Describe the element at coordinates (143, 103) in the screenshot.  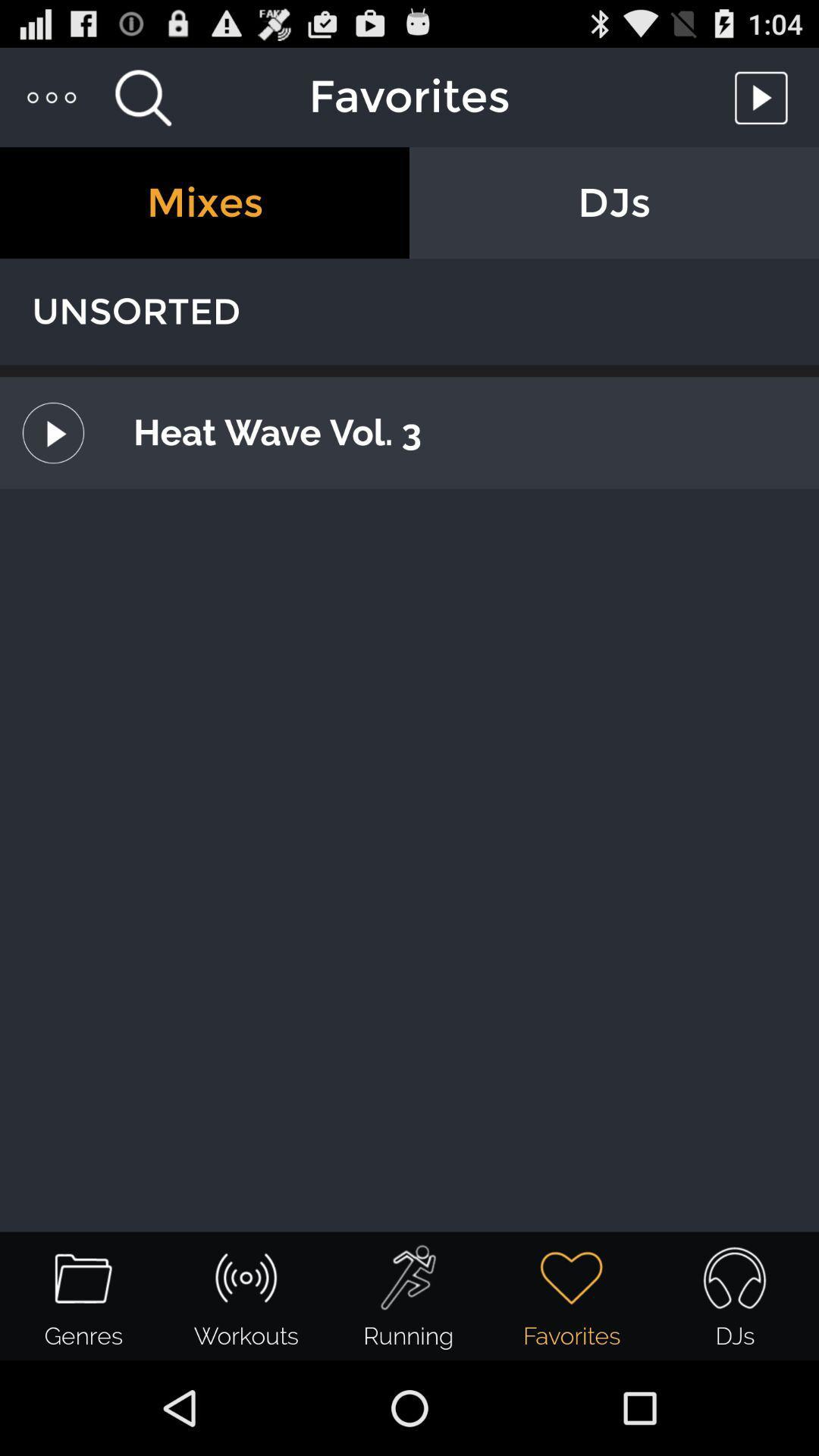
I see `the search icon` at that location.